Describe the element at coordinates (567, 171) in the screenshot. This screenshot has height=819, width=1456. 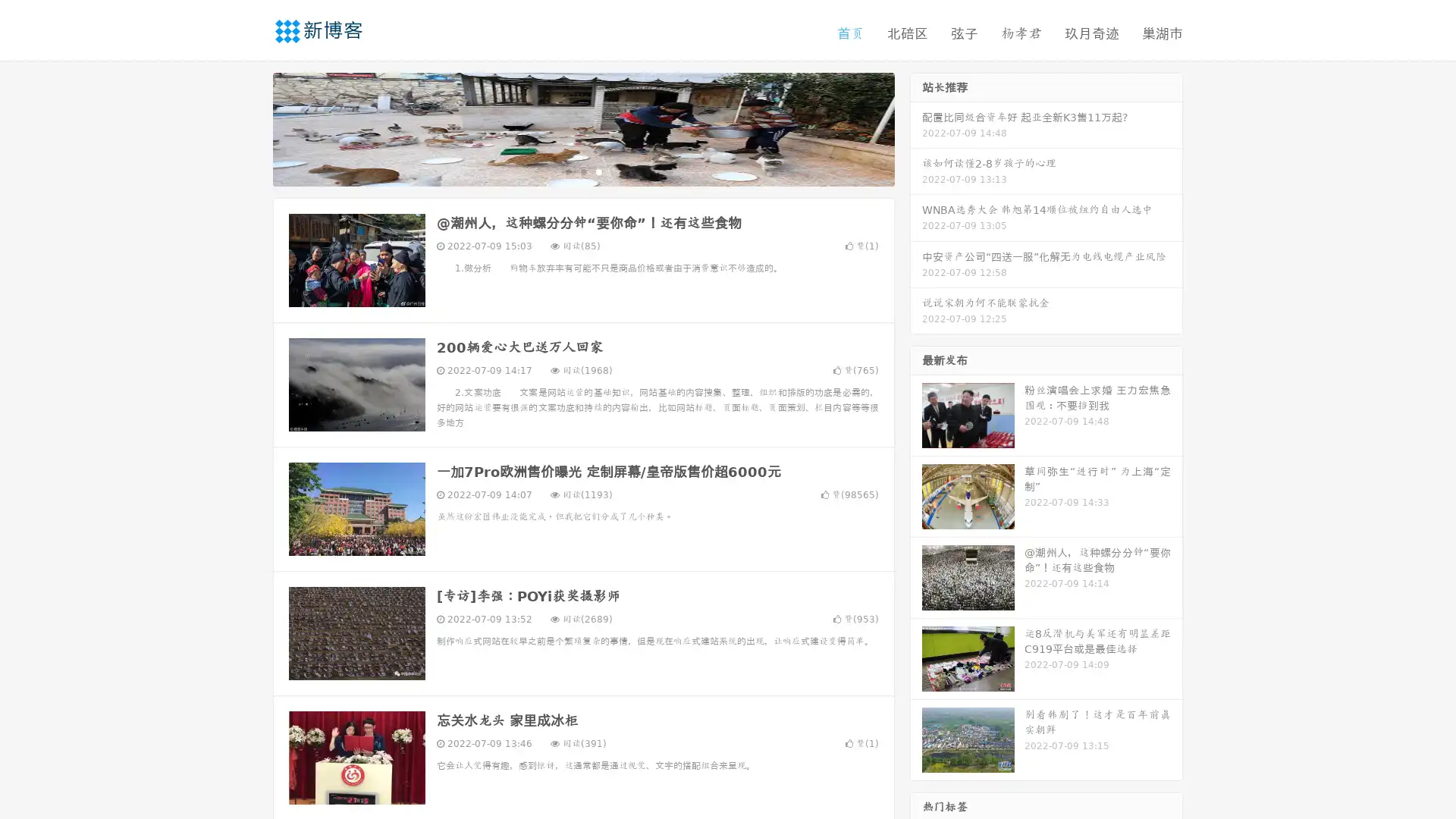
I see `Go to slide 1` at that location.